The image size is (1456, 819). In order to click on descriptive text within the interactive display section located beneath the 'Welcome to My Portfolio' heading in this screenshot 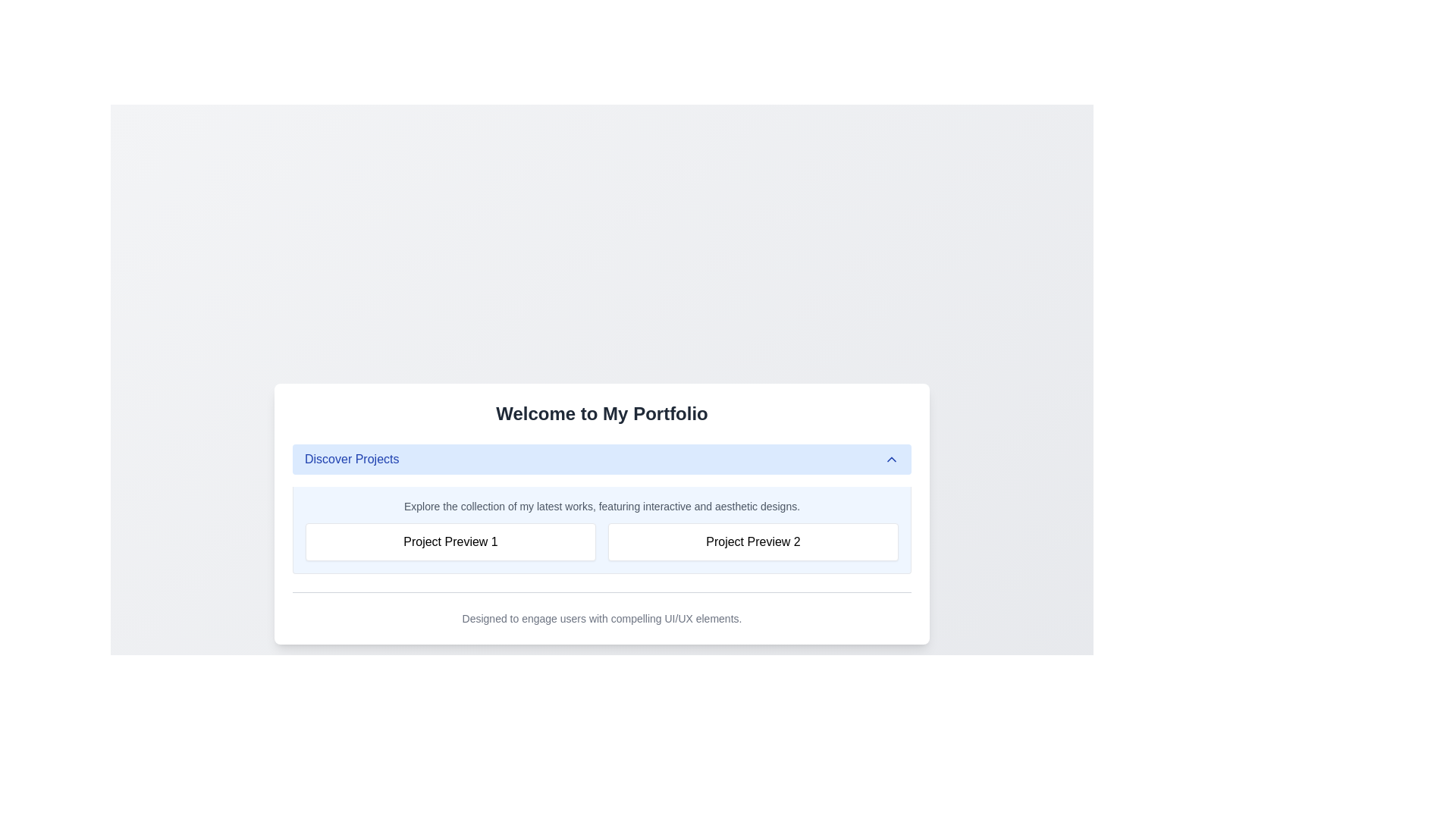, I will do `click(601, 509)`.